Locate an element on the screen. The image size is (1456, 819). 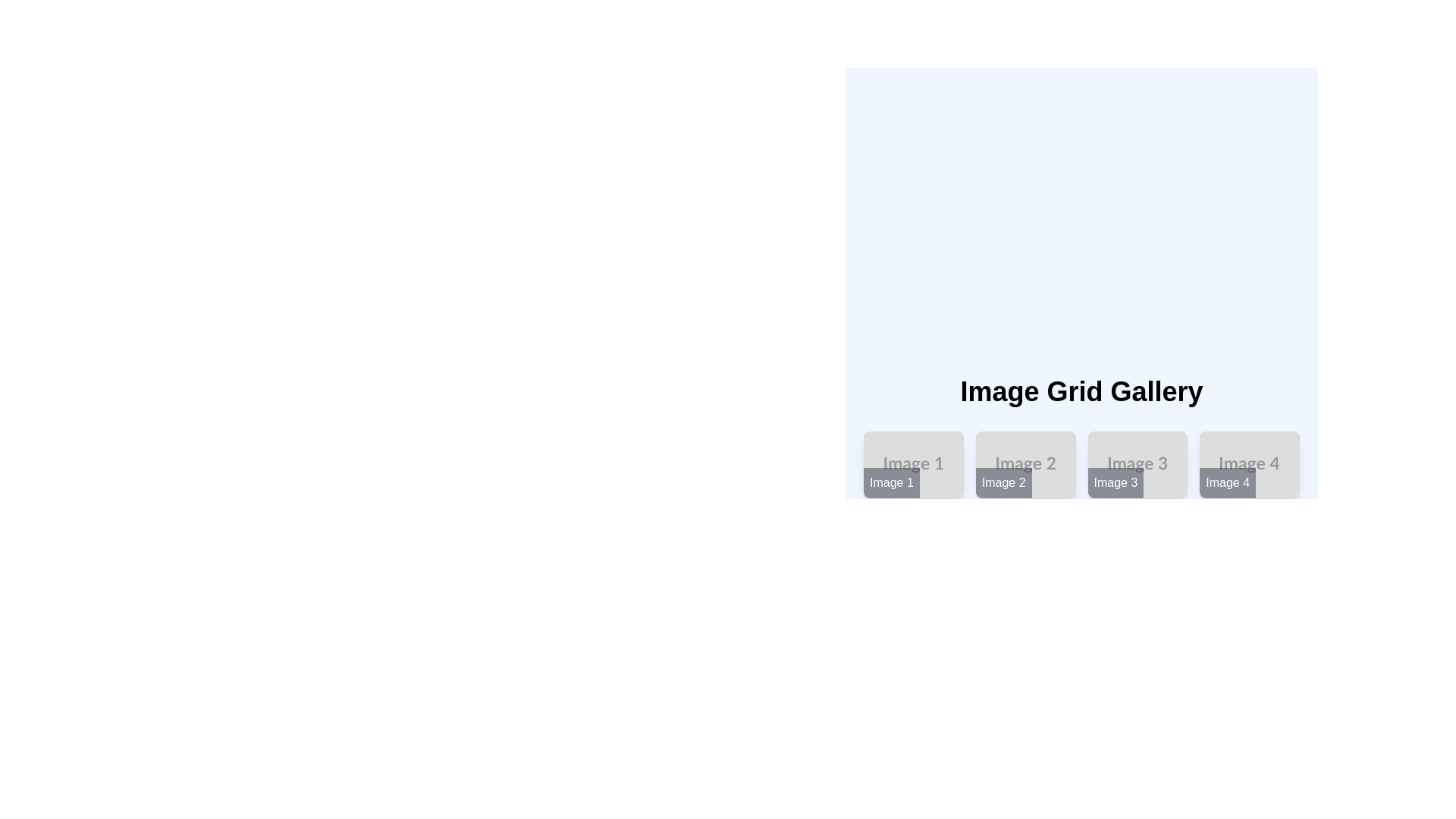
an image in the Image Grid Gallery is located at coordinates (1081, 504).